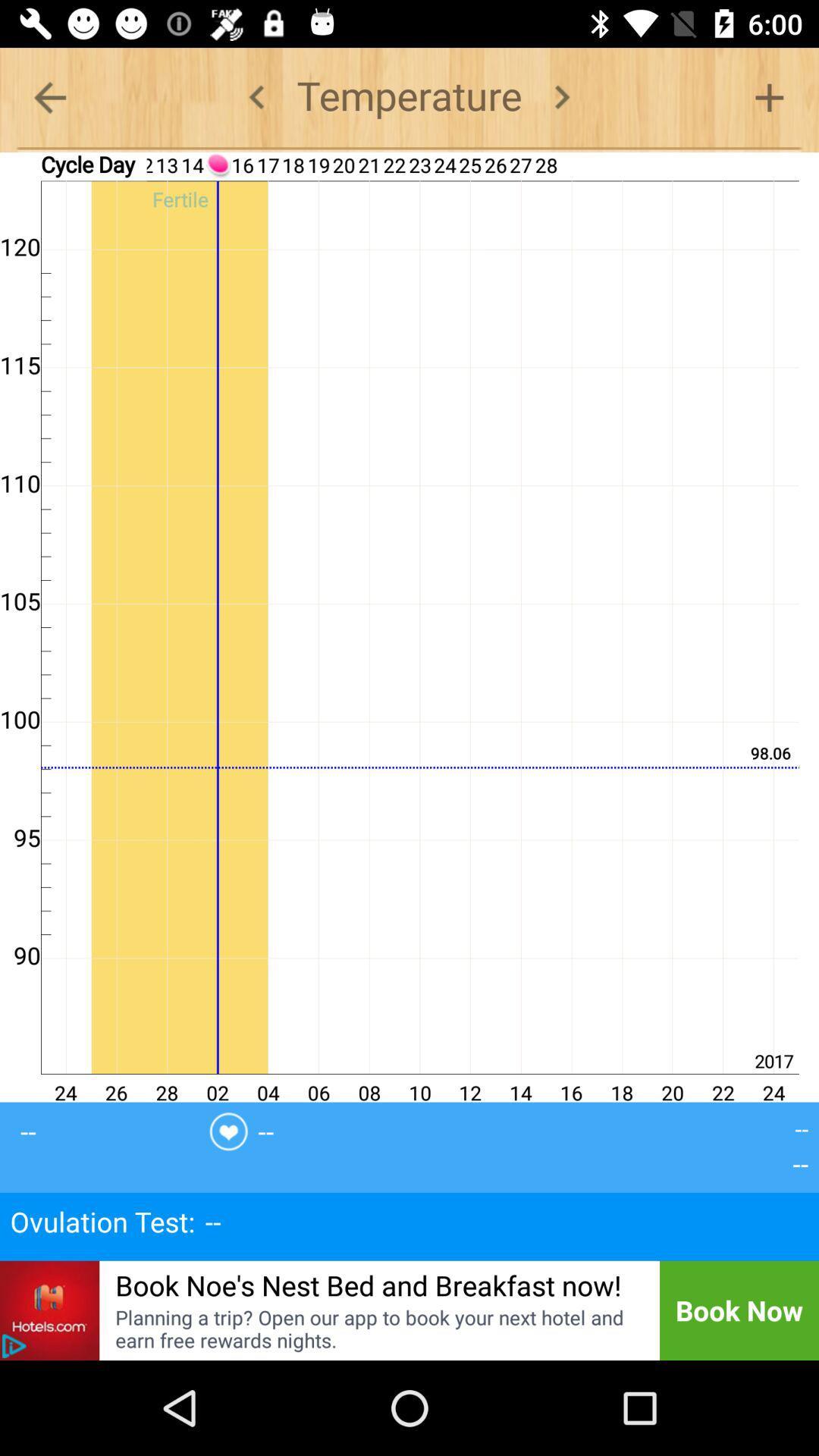  What do you see at coordinates (769, 96) in the screenshot?
I see `the add icon` at bounding box center [769, 96].